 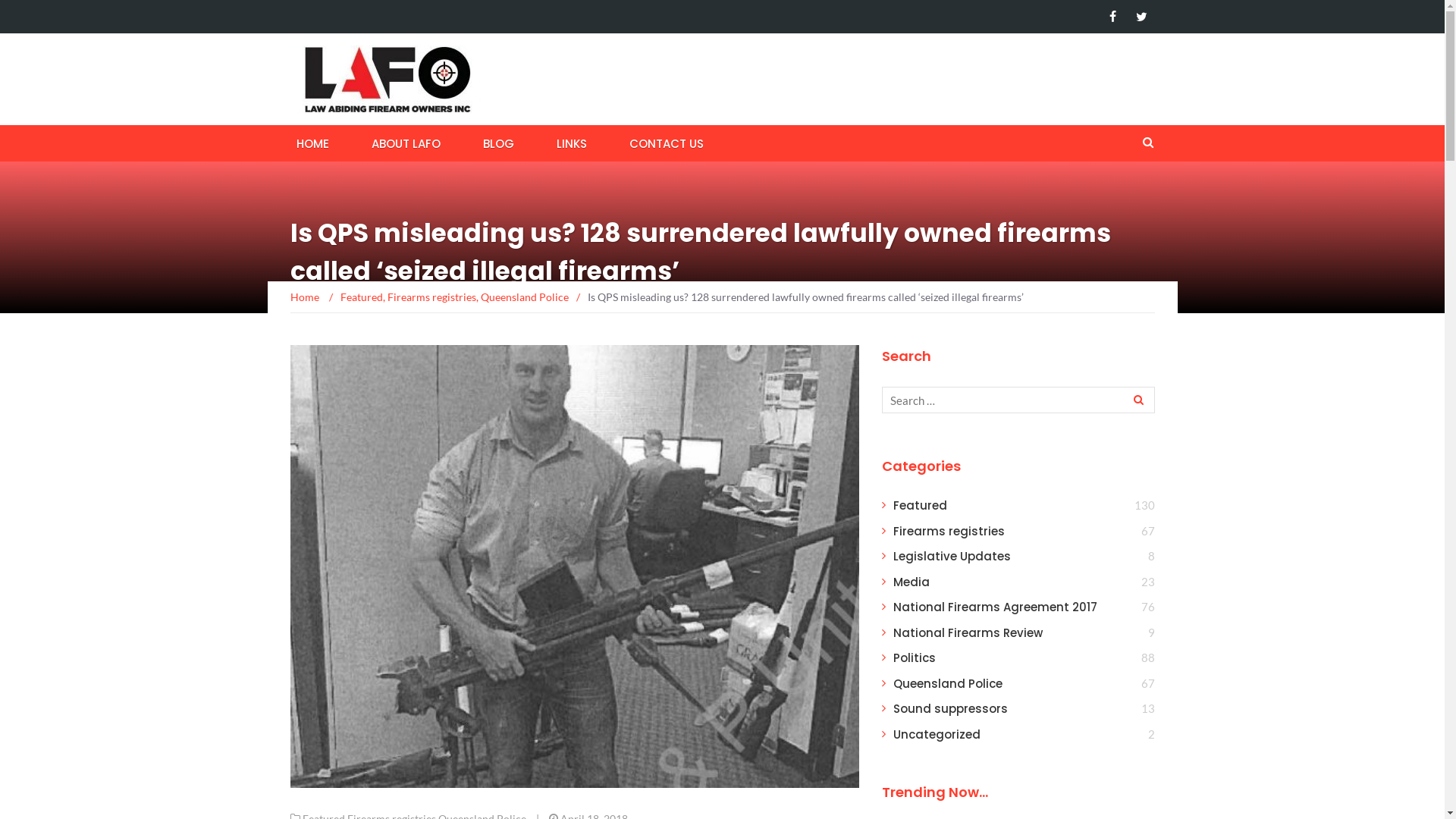 I want to click on 'Politics', so click(x=913, y=657).